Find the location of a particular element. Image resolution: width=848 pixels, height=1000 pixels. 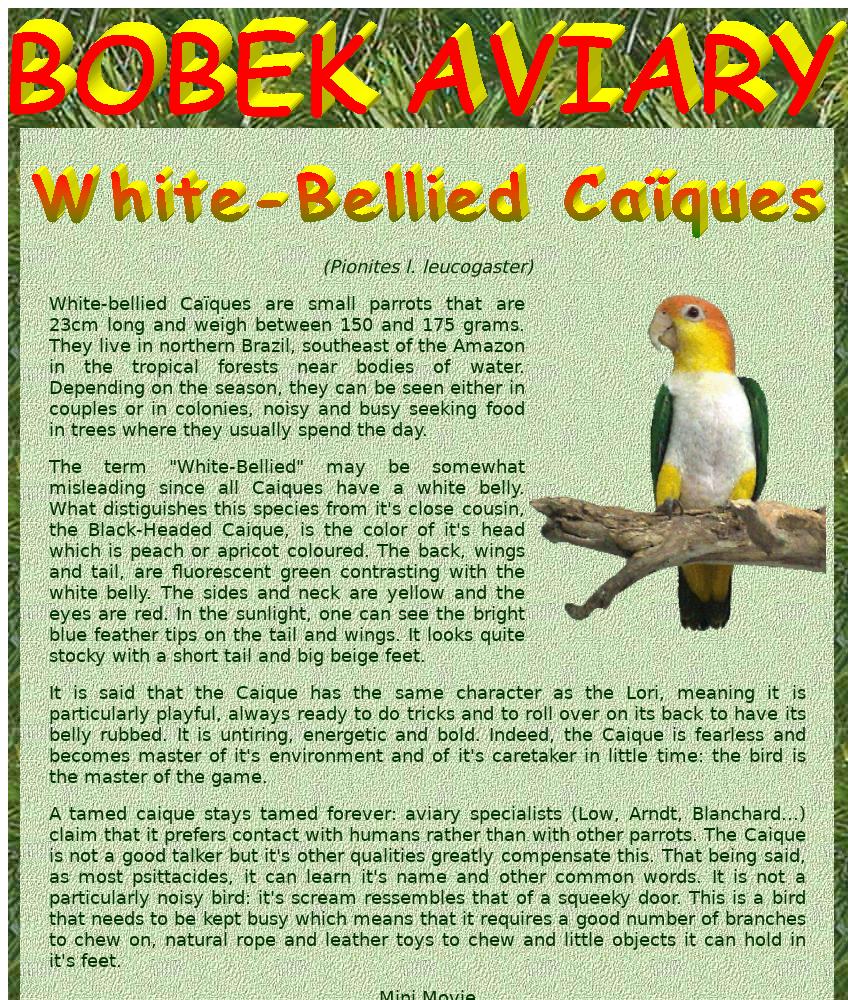

'from it's close cousin, the' is located at coordinates (46, 519).